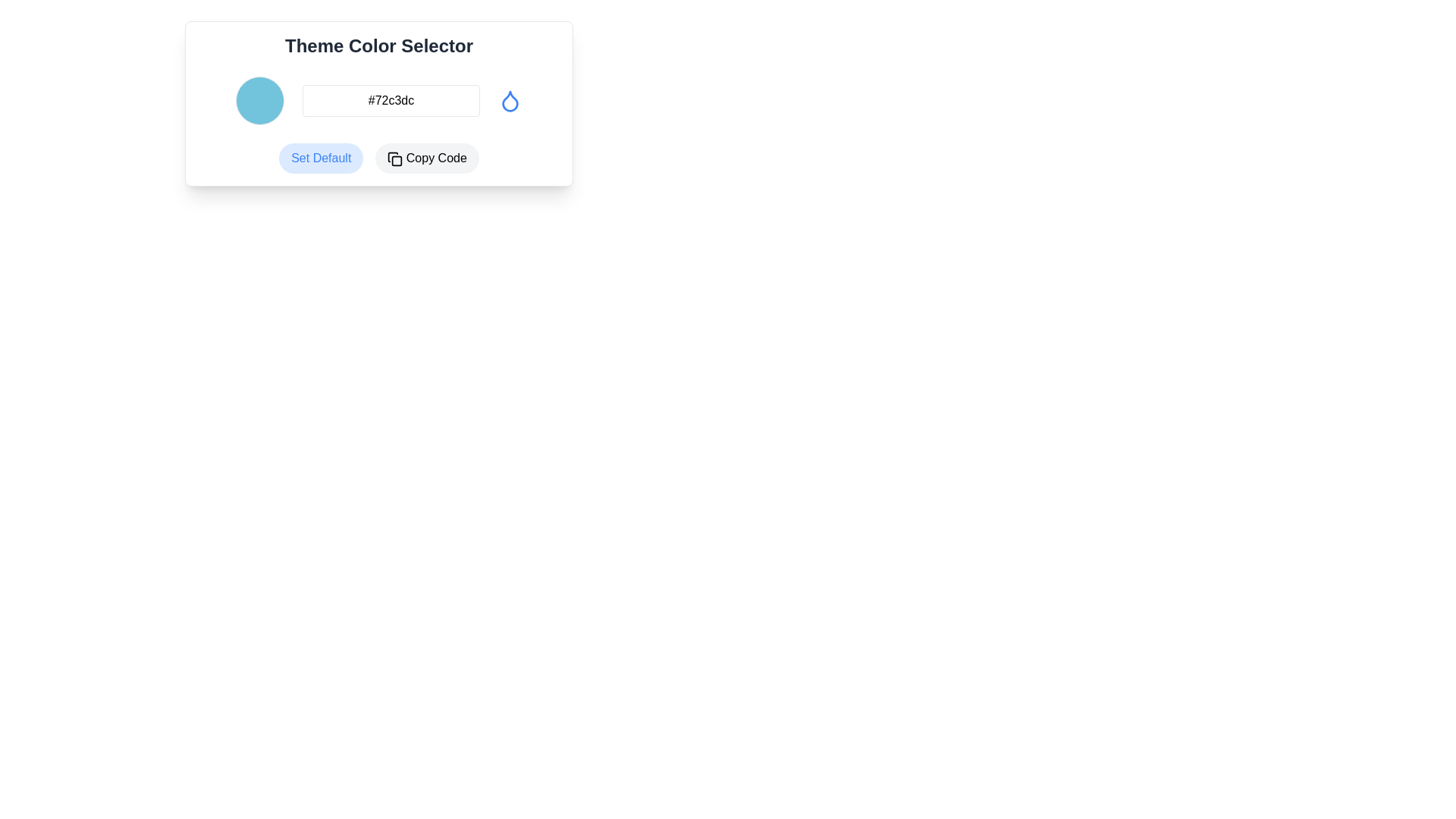 This screenshot has width=1456, height=819. What do you see at coordinates (395, 158) in the screenshot?
I see `the 'Copy Code' button, which contains the icon for copying action, positioned at the bottom right of the interface, next to the 'Set Default' button` at bounding box center [395, 158].